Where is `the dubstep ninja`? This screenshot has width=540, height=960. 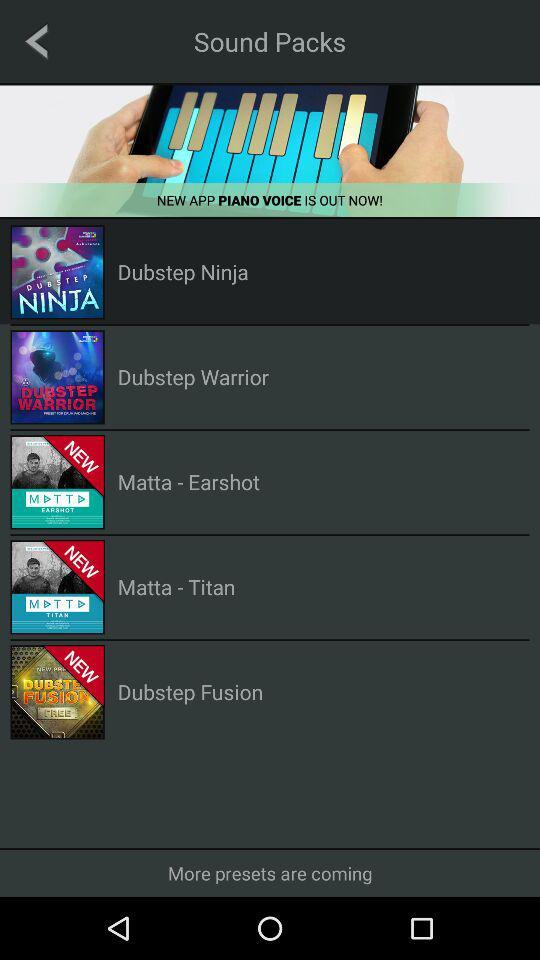 the dubstep ninja is located at coordinates (183, 270).